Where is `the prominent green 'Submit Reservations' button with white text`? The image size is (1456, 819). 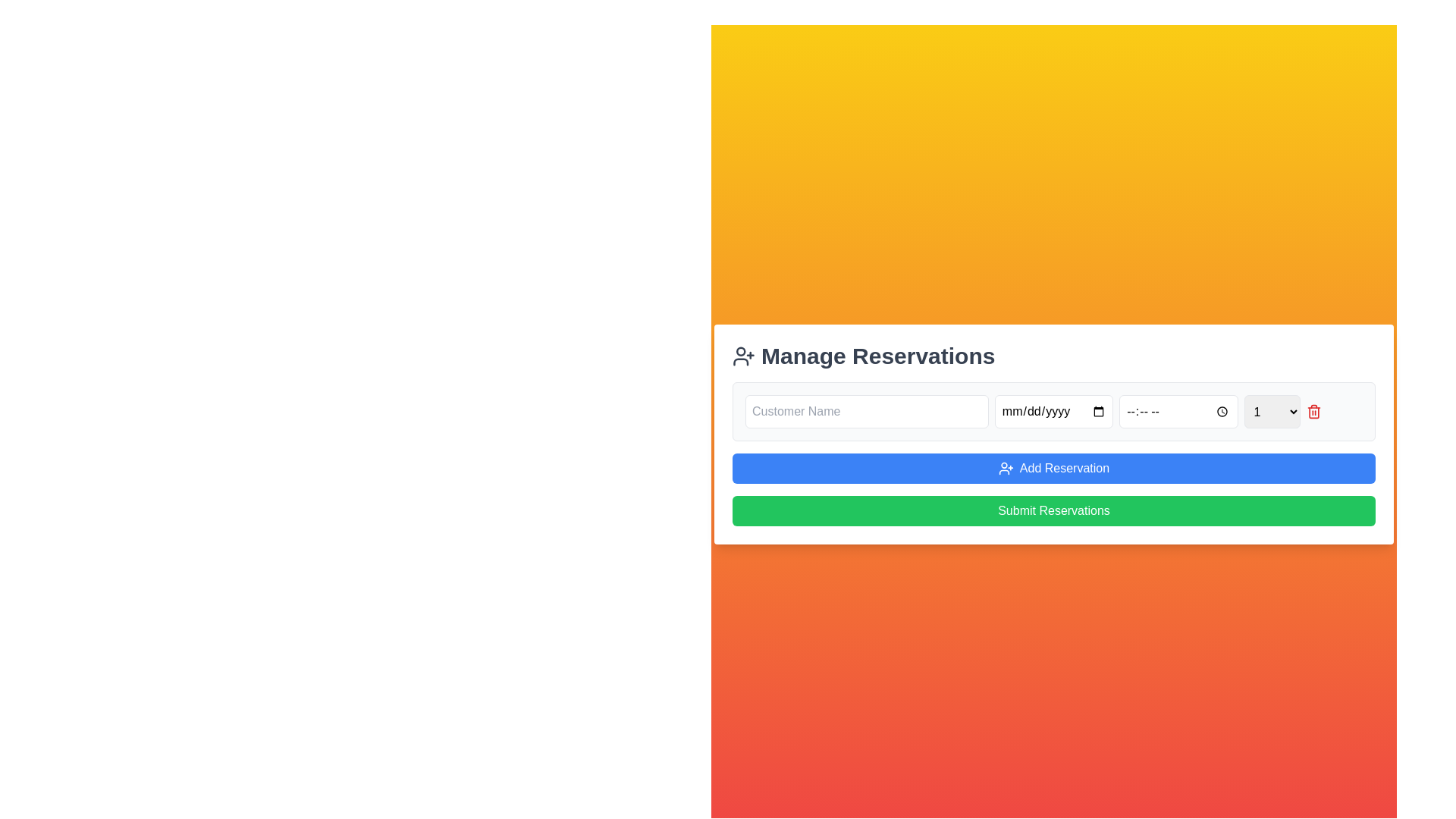 the prominent green 'Submit Reservations' button with white text is located at coordinates (1053, 511).